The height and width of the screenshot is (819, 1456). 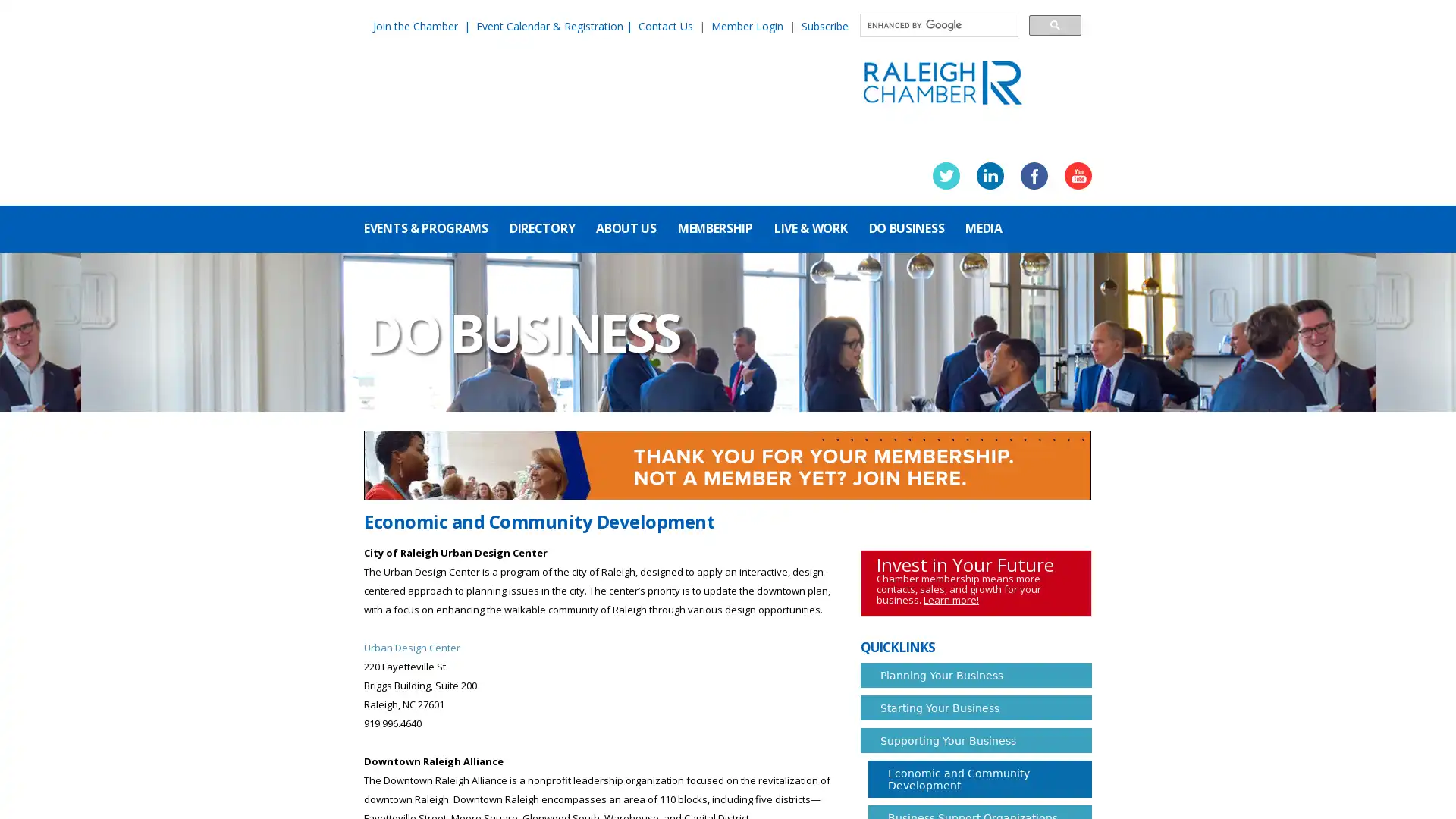 I want to click on search, so click(x=1054, y=24).